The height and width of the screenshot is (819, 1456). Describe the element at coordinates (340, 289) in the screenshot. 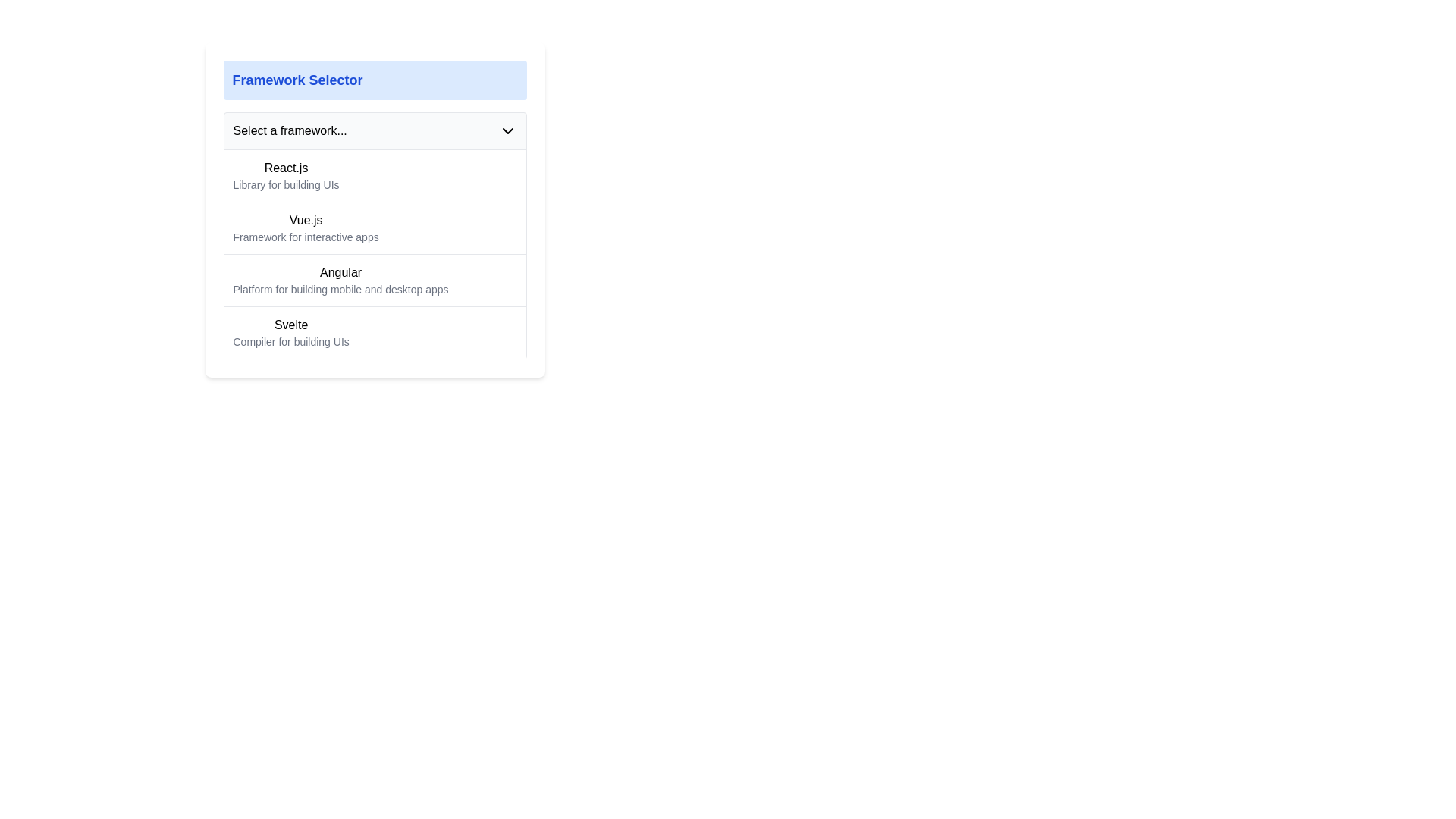

I see `the static label providing a descriptive subtitle for the 'Angular' framework, located directly below the bold text 'Angular' in the selection list` at that location.